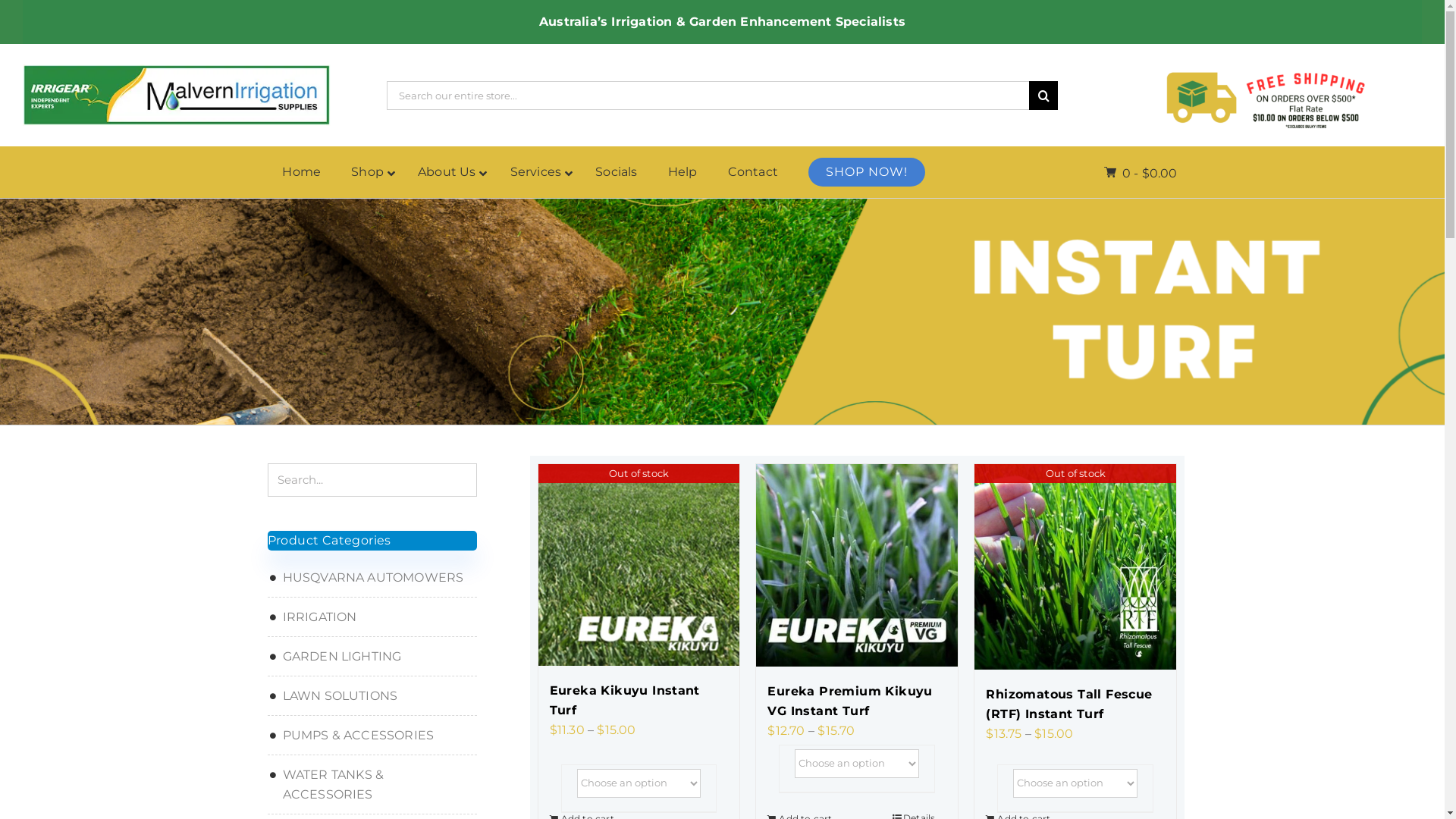  Describe the element at coordinates (371, 656) in the screenshot. I see `'GARDEN LIGHTING'` at that location.